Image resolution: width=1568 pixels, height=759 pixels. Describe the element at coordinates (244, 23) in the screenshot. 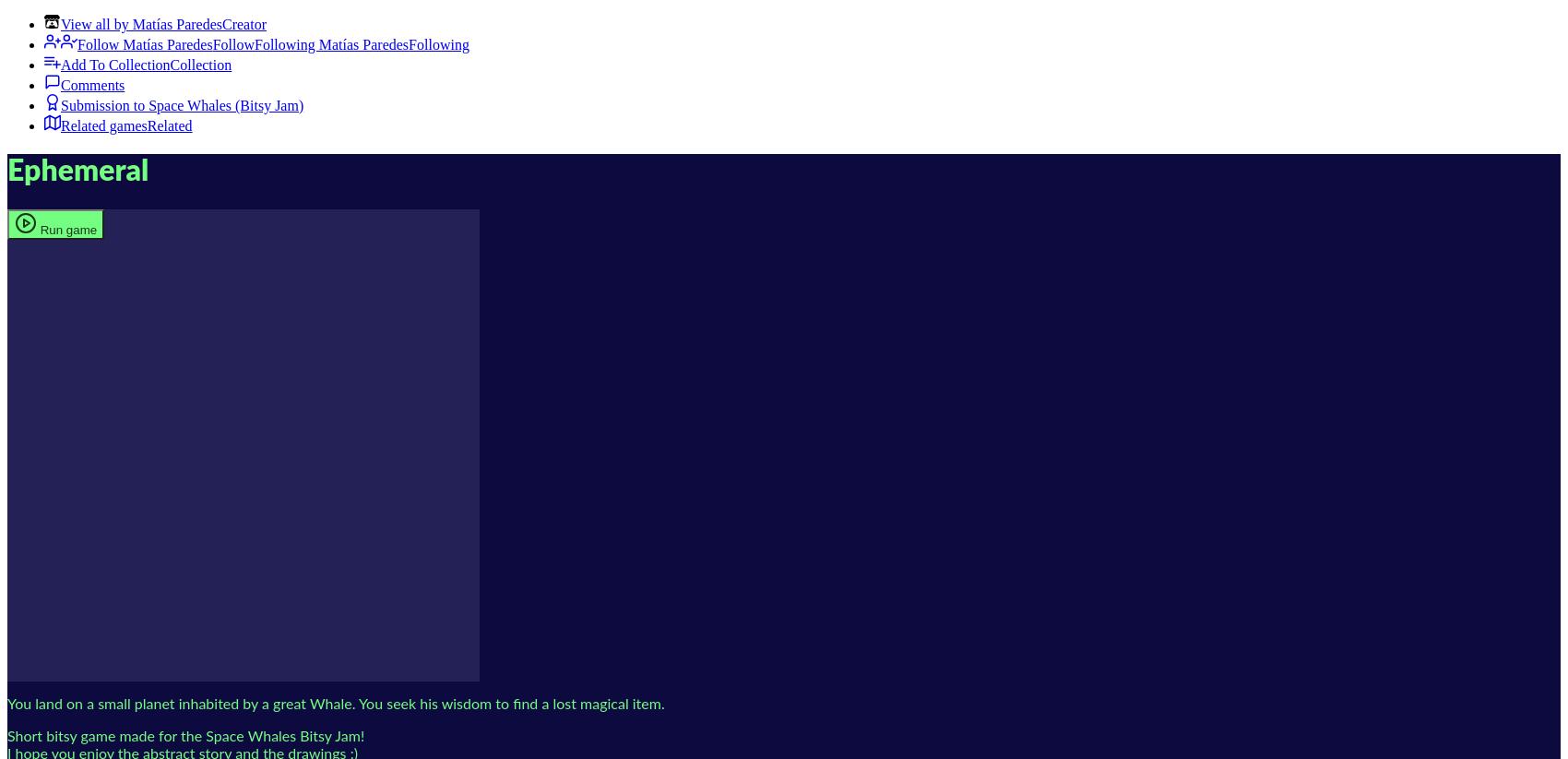

I see `'Creator'` at that location.